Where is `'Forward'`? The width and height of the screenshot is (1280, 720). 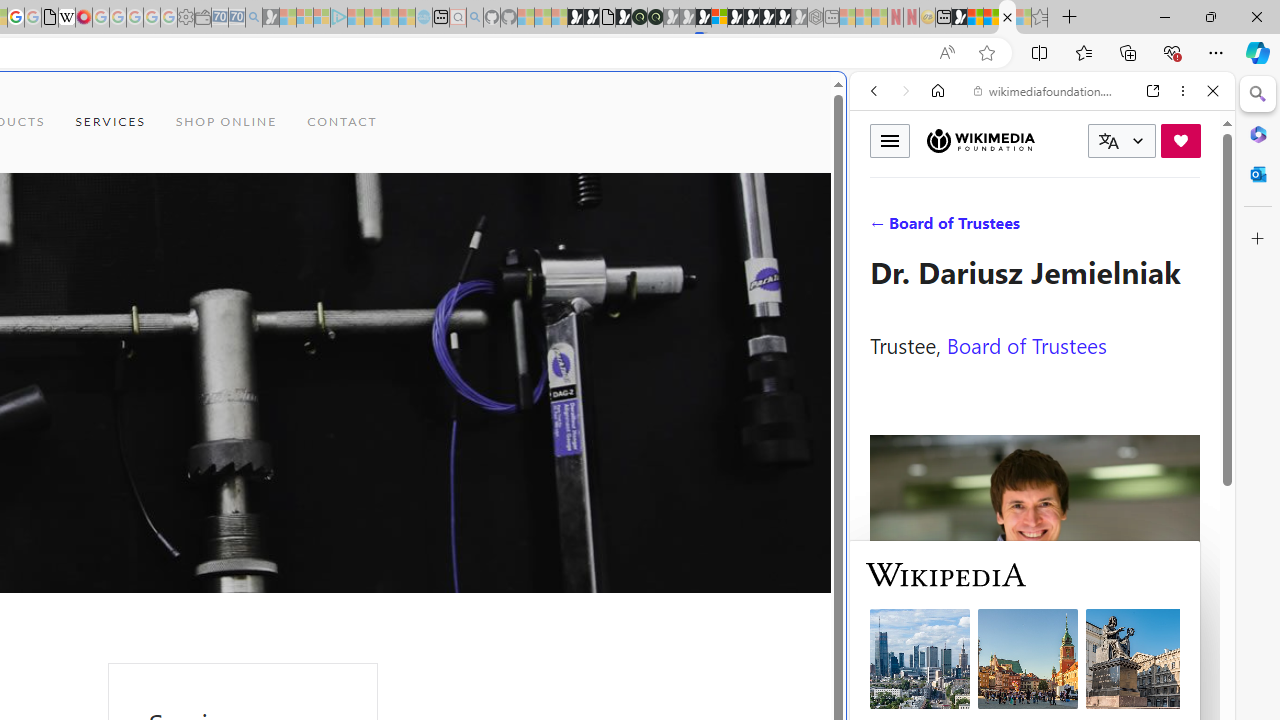 'Forward' is located at coordinates (905, 91).